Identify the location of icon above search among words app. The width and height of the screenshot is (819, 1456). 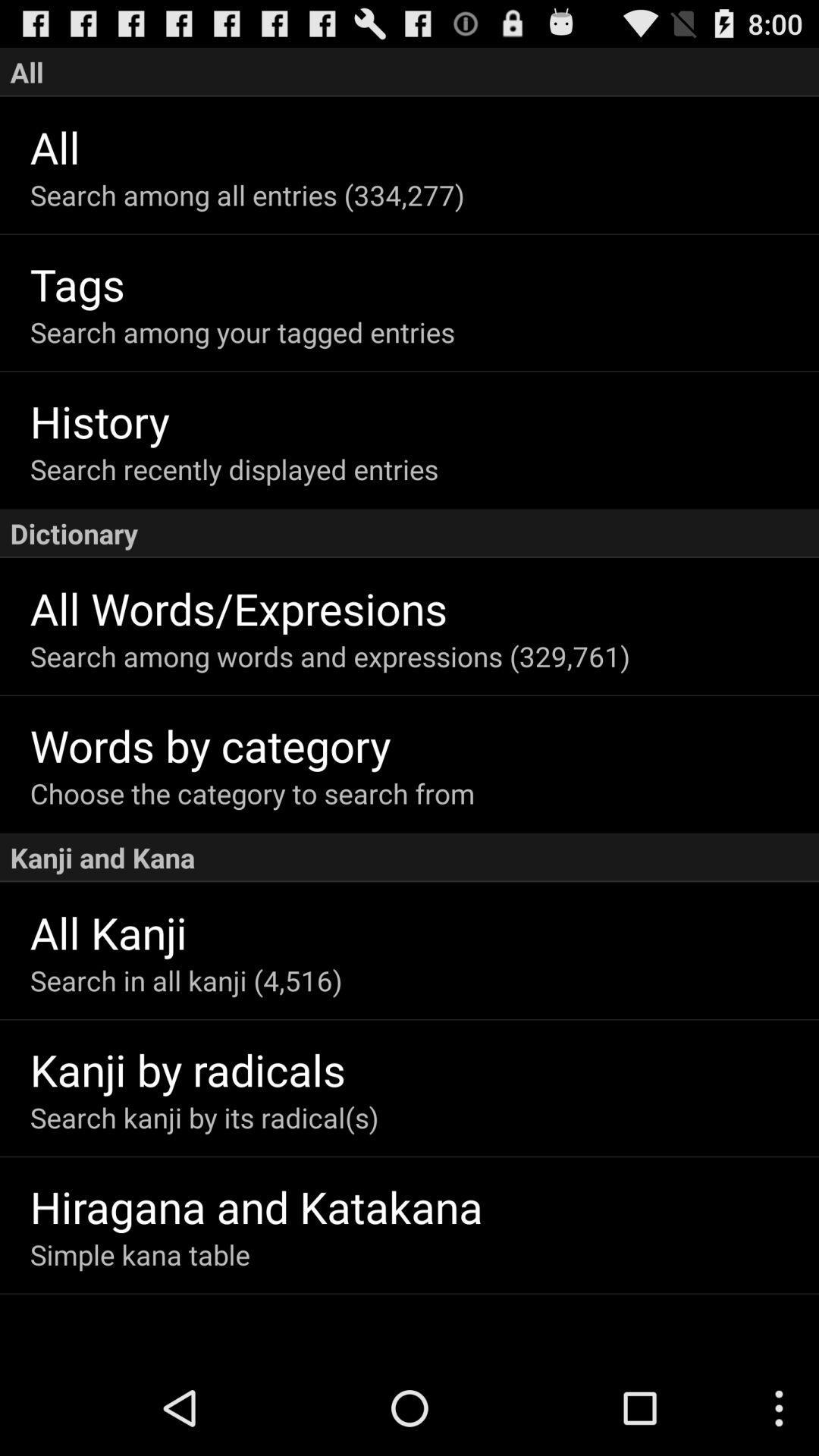
(424, 608).